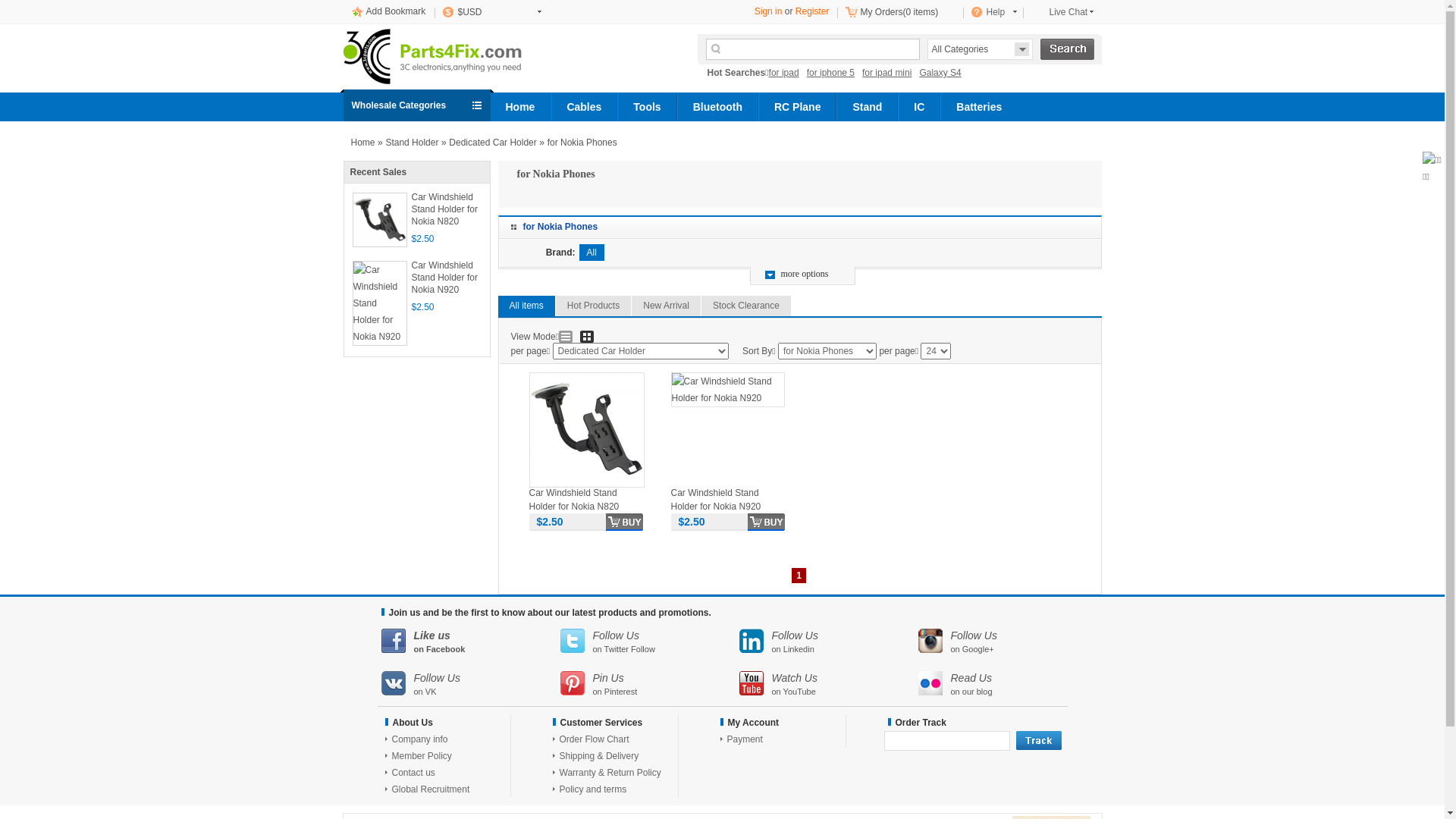 The width and height of the screenshot is (1456, 819). What do you see at coordinates (1037, 739) in the screenshot?
I see `'track'` at bounding box center [1037, 739].